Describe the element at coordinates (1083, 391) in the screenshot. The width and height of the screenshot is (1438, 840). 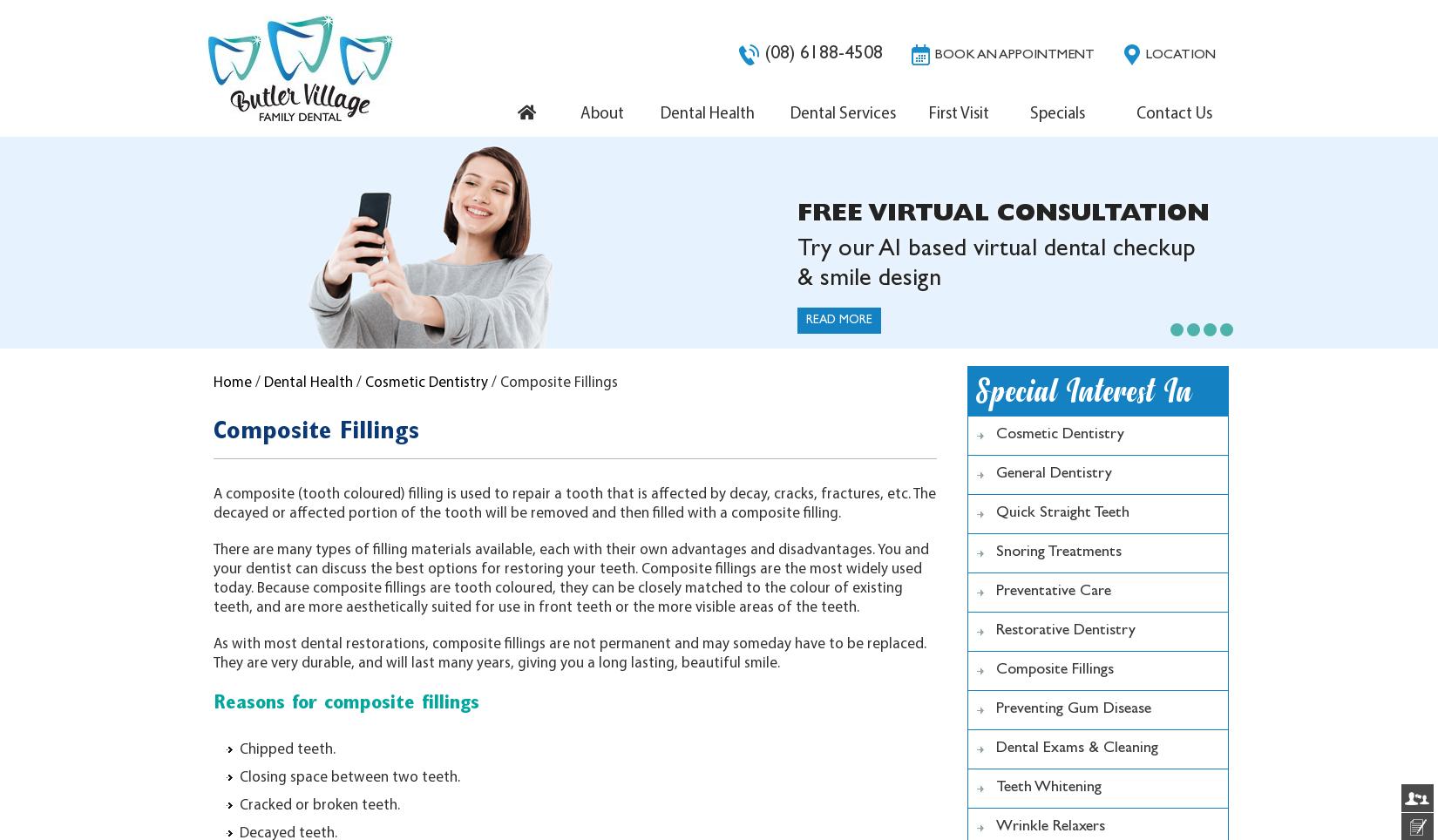
I see `'Special Interest In'` at that location.